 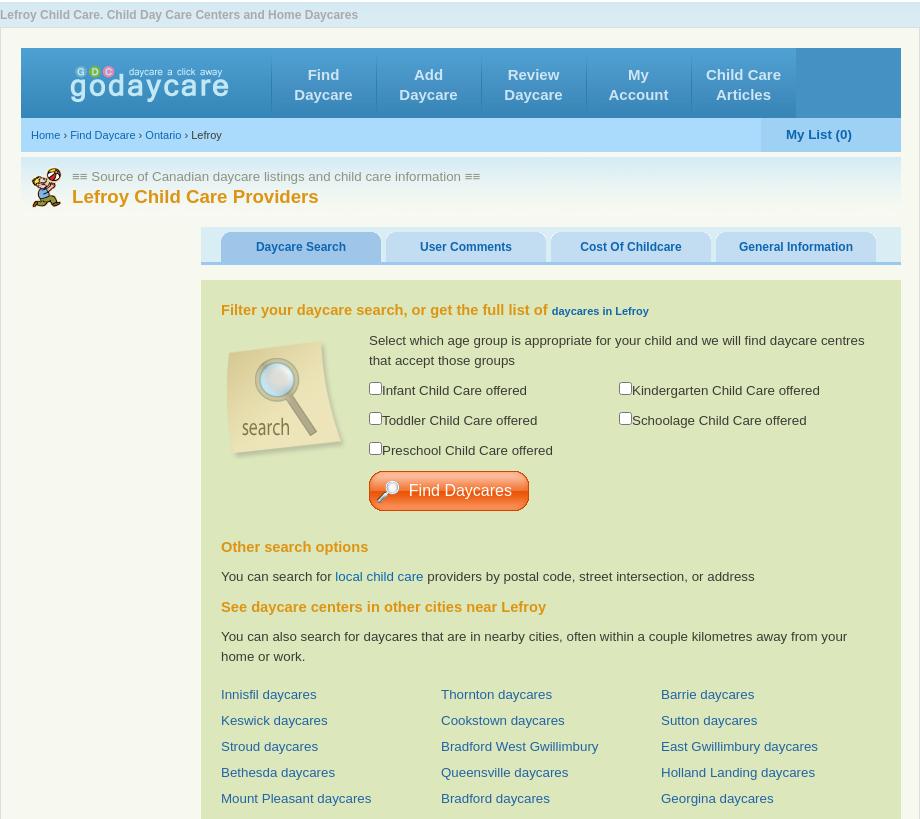 I want to click on 'My List (0)', so click(x=785, y=133).